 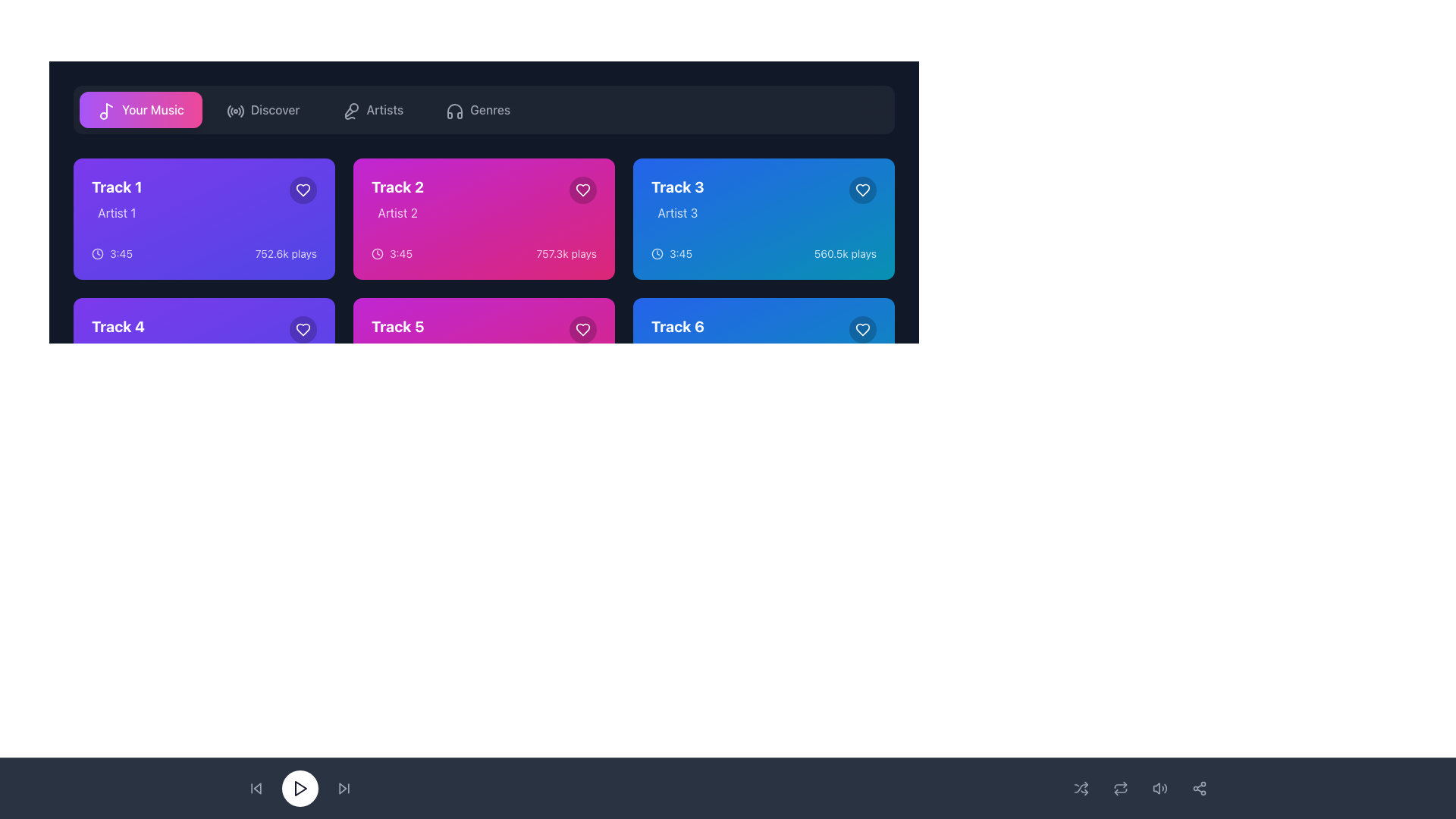 What do you see at coordinates (397, 198) in the screenshot?
I see `text displayed in the music track component located in the second column of the top row, showing details of the track name and artist, positioned to the right of 'Track 1' and above 'Track 5'` at bounding box center [397, 198].